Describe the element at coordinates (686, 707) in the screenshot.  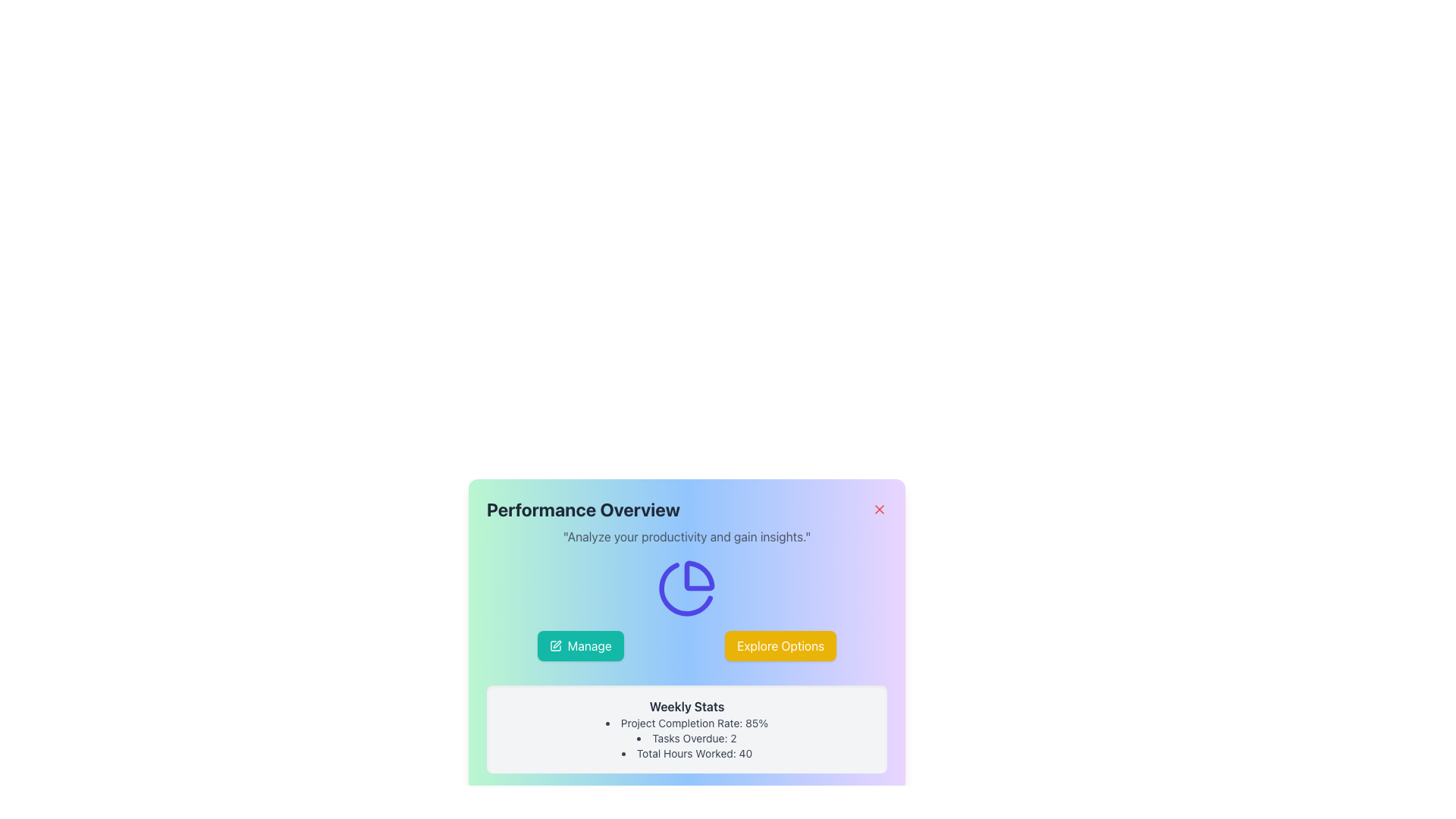
I see `text content of the 'Weekly Stats' label, which is styled in bold with a dark-grey font and located in the bottom section of the 'Performance Overview' panel` at that location.